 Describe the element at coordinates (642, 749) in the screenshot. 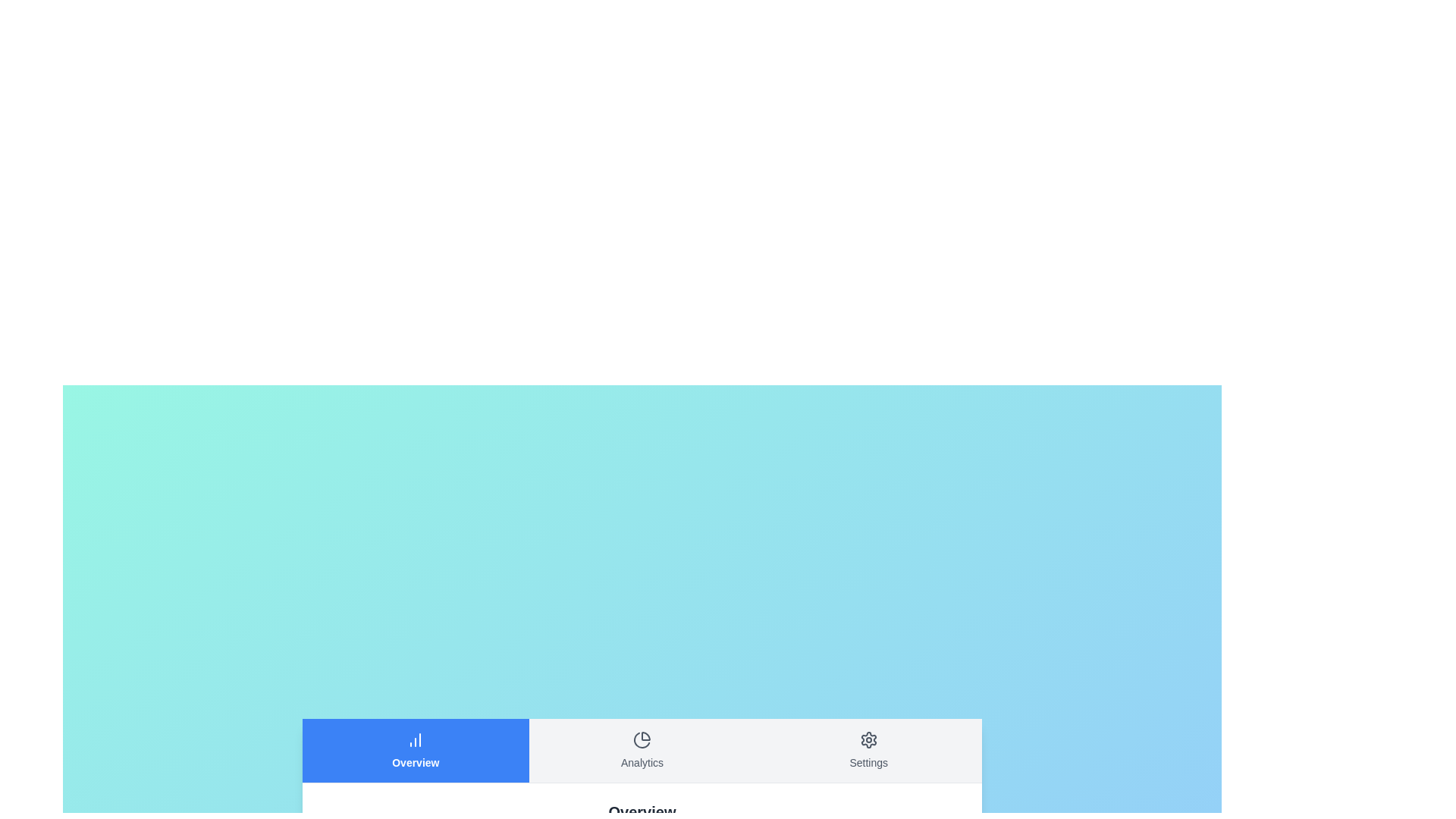

I see `the Analytics tab` at that location.